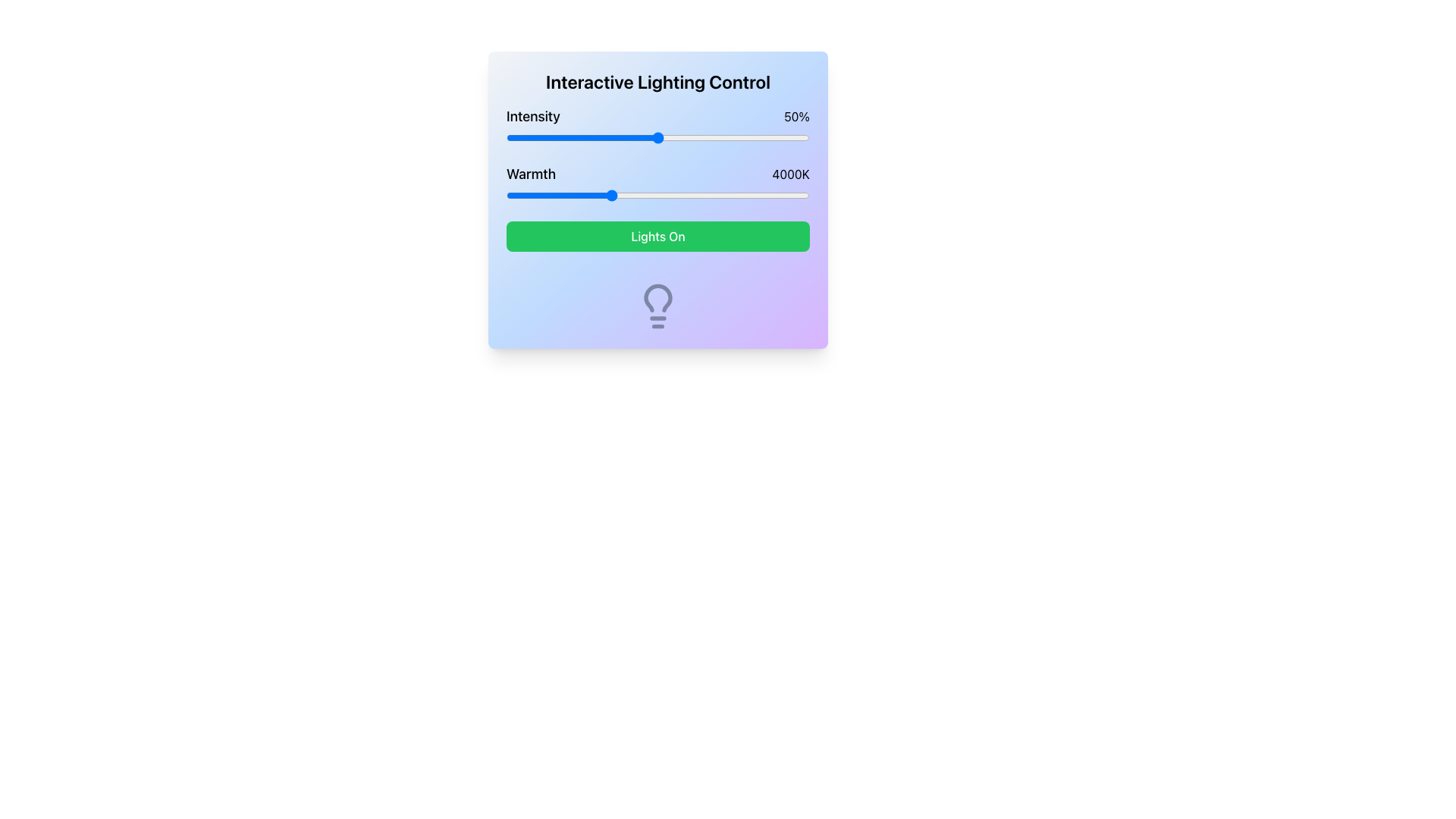 This screenshot has height=819, width=1456. What do you see at coordinates (658, 306) in the screenshot?
I see `the lighting icon located at the bottom-center of the 'Interactive Lighting Control' section, beneath the 'Lights On' button` at bounding box center [658, 306].